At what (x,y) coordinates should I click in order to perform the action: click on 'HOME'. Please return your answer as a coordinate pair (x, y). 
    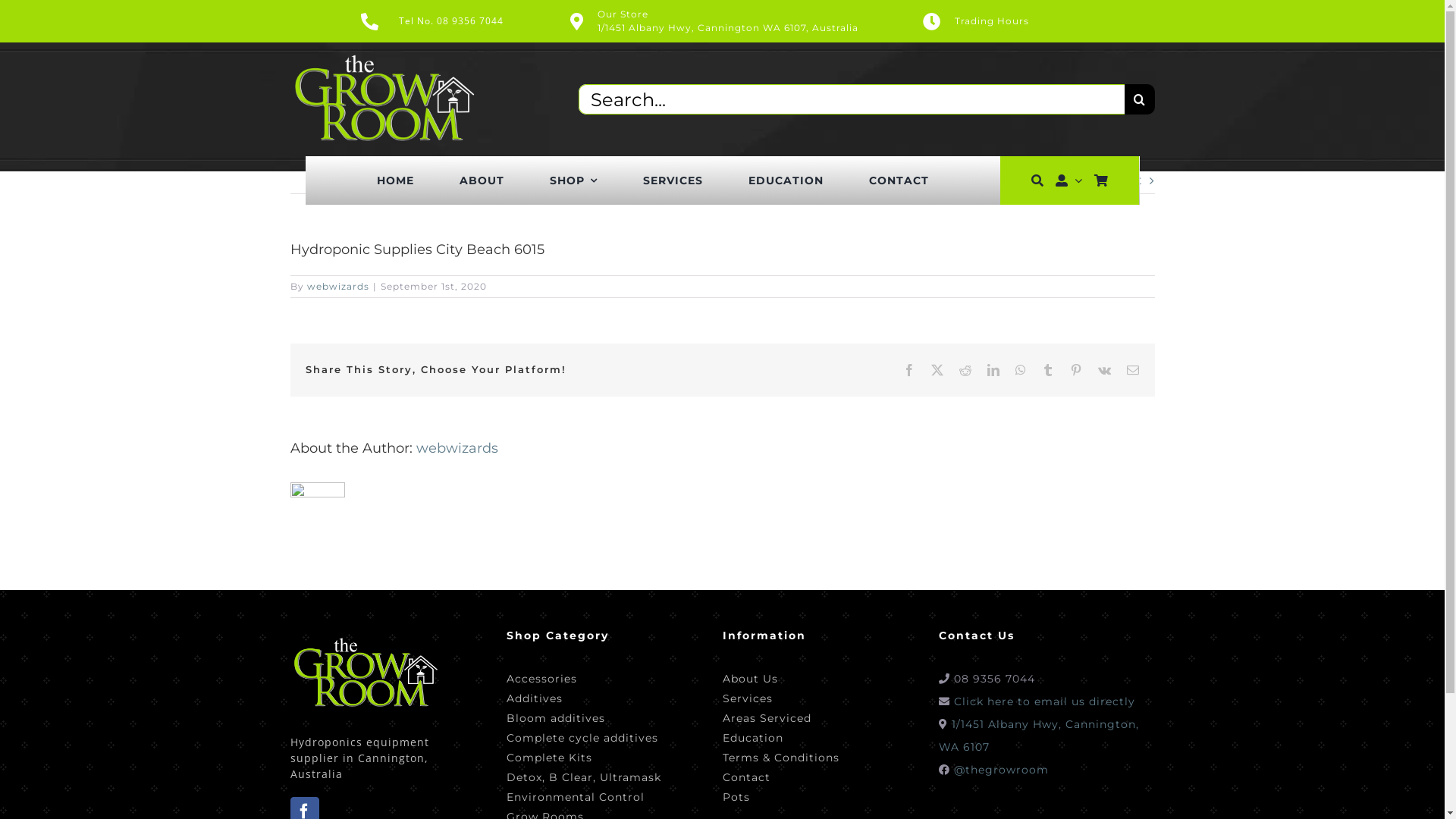
    Looking at the image, I should click on (395, 180).